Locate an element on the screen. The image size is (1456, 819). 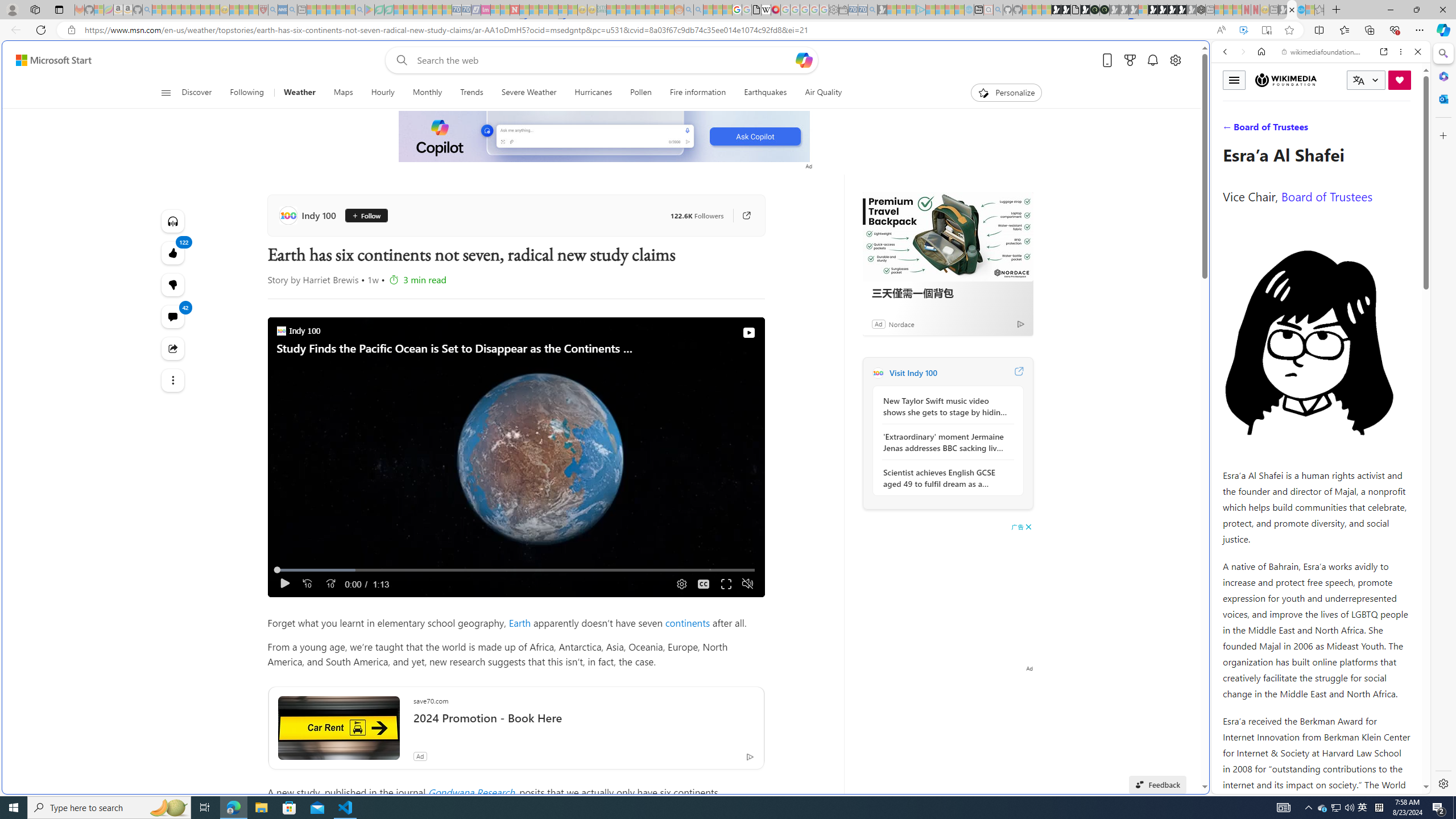
'Visit Indy 100 website' is located at coordinates (1017, 372).